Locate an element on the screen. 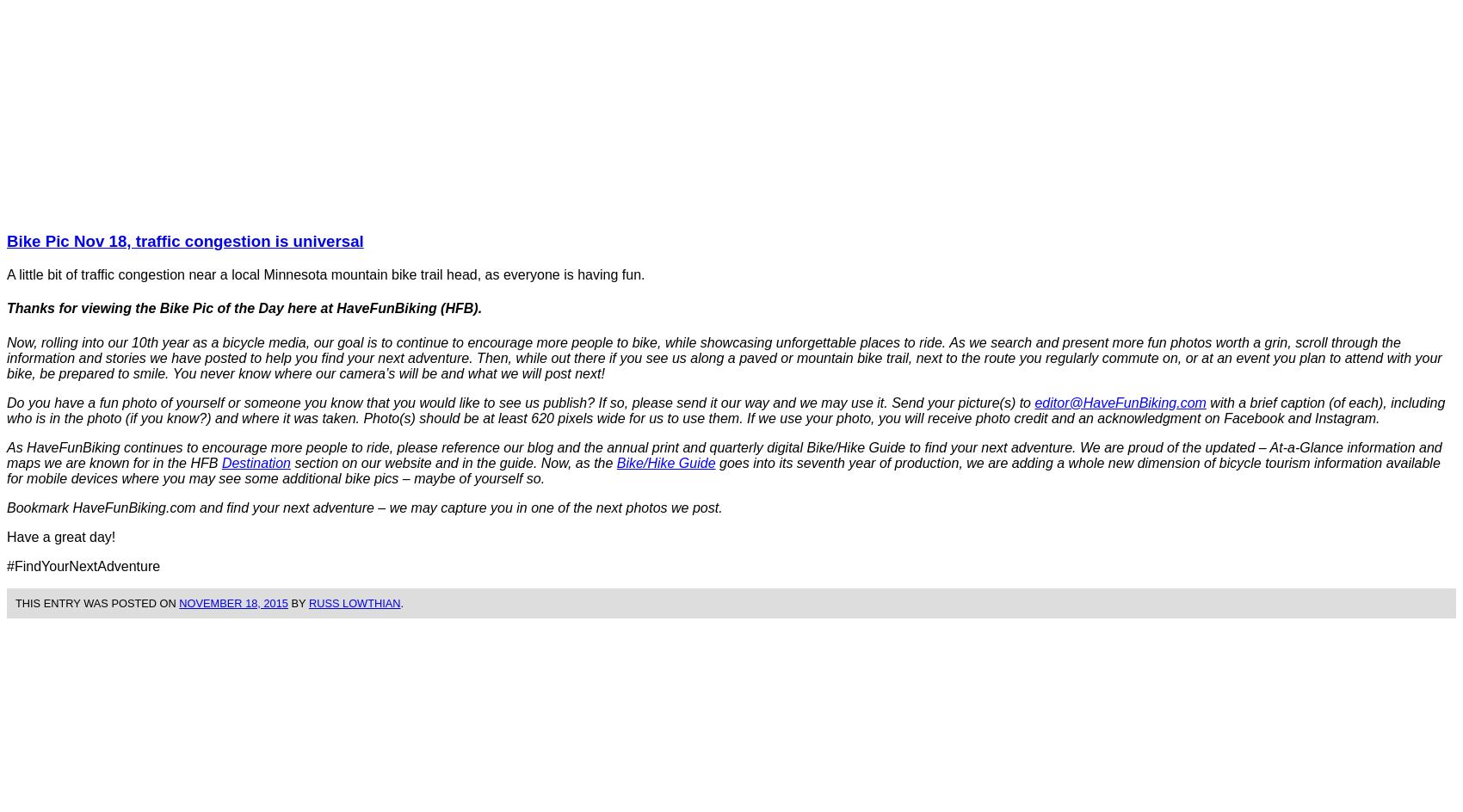 The image size is (1463, 812). 'editor@HaveFunBiking.com' is located at coordinates (1120, 401).